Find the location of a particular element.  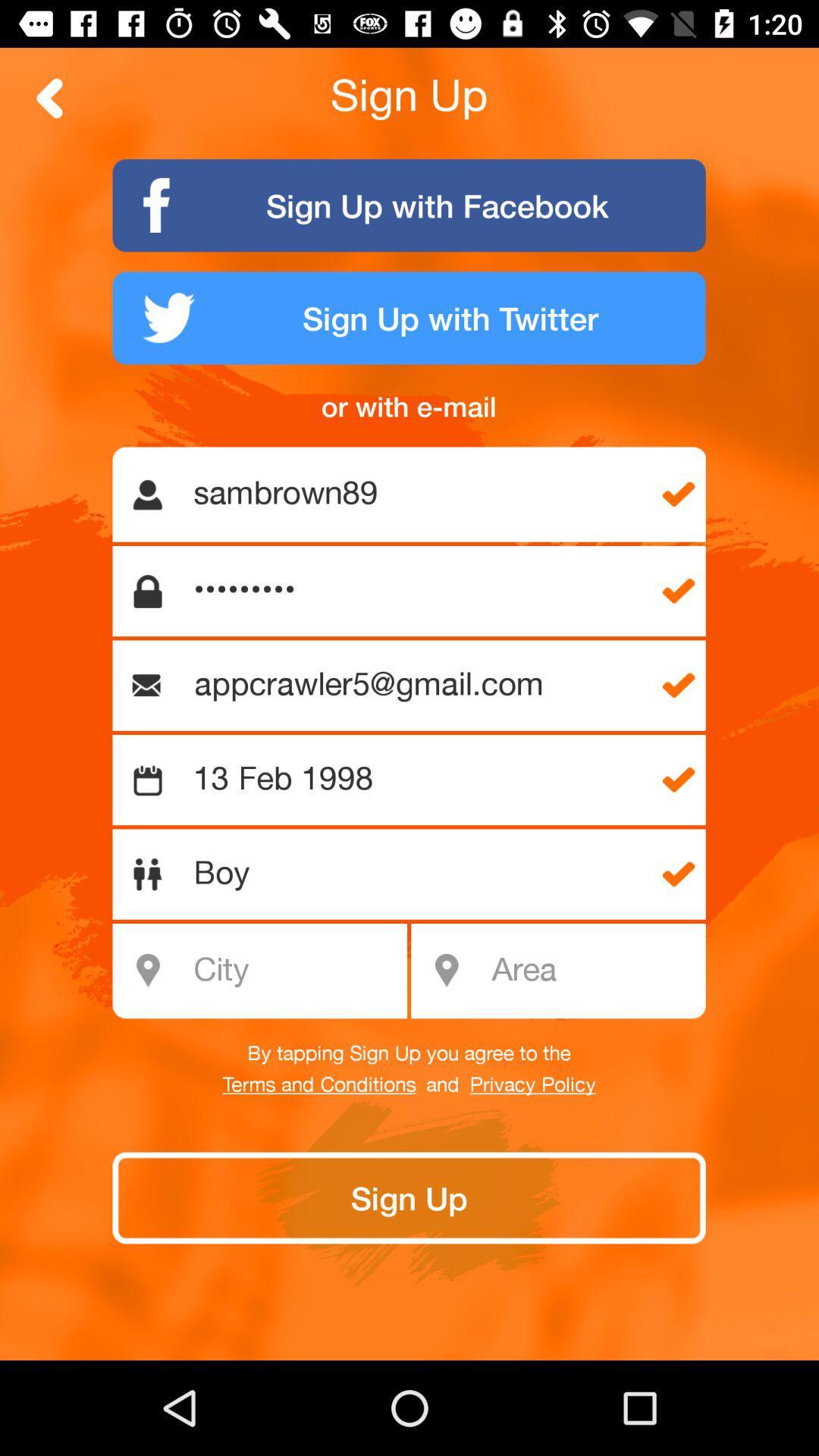

city is located at coordinates (268, 971).